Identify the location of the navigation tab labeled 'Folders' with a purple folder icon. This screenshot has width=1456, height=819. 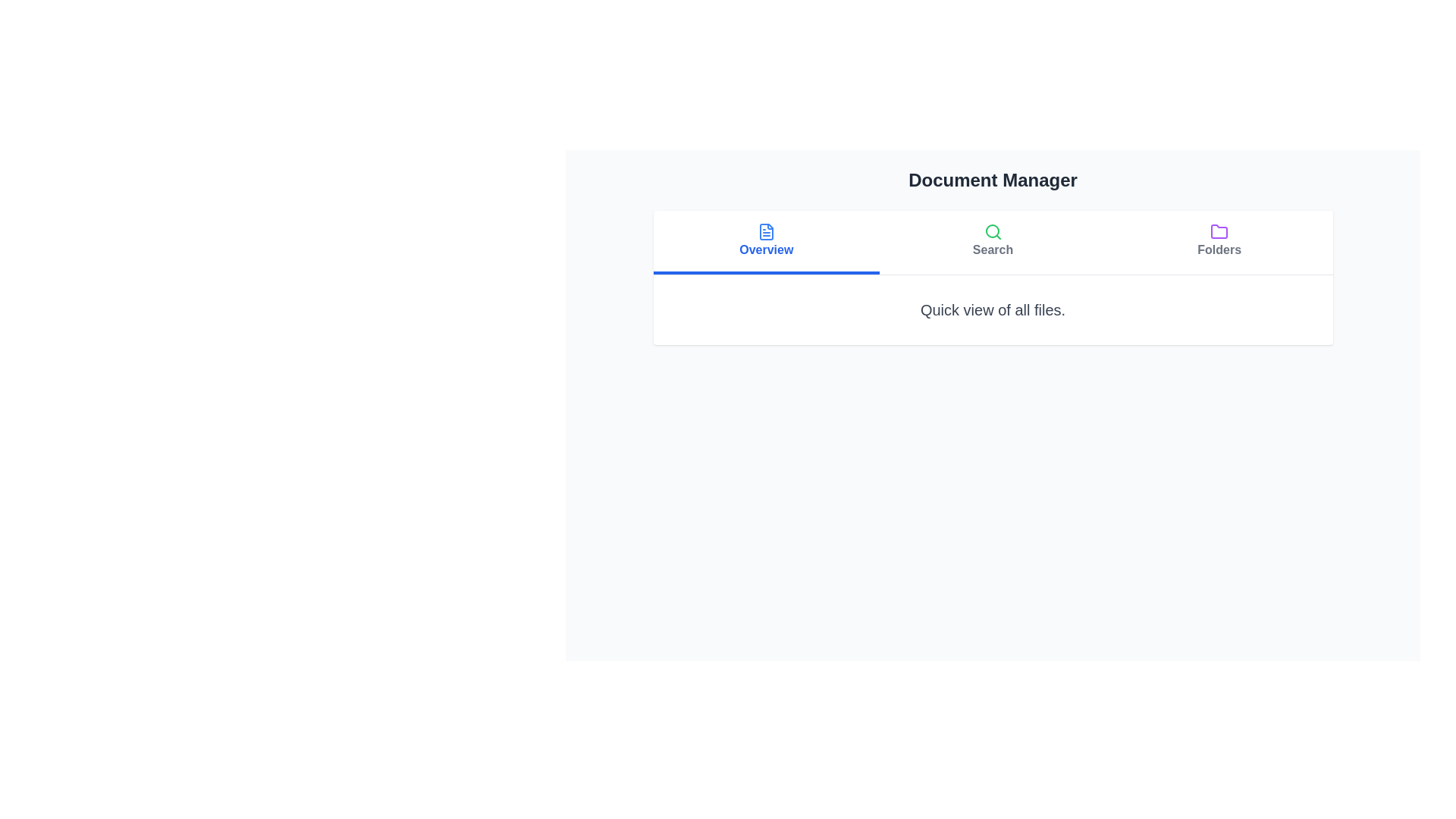
(1219, 242).